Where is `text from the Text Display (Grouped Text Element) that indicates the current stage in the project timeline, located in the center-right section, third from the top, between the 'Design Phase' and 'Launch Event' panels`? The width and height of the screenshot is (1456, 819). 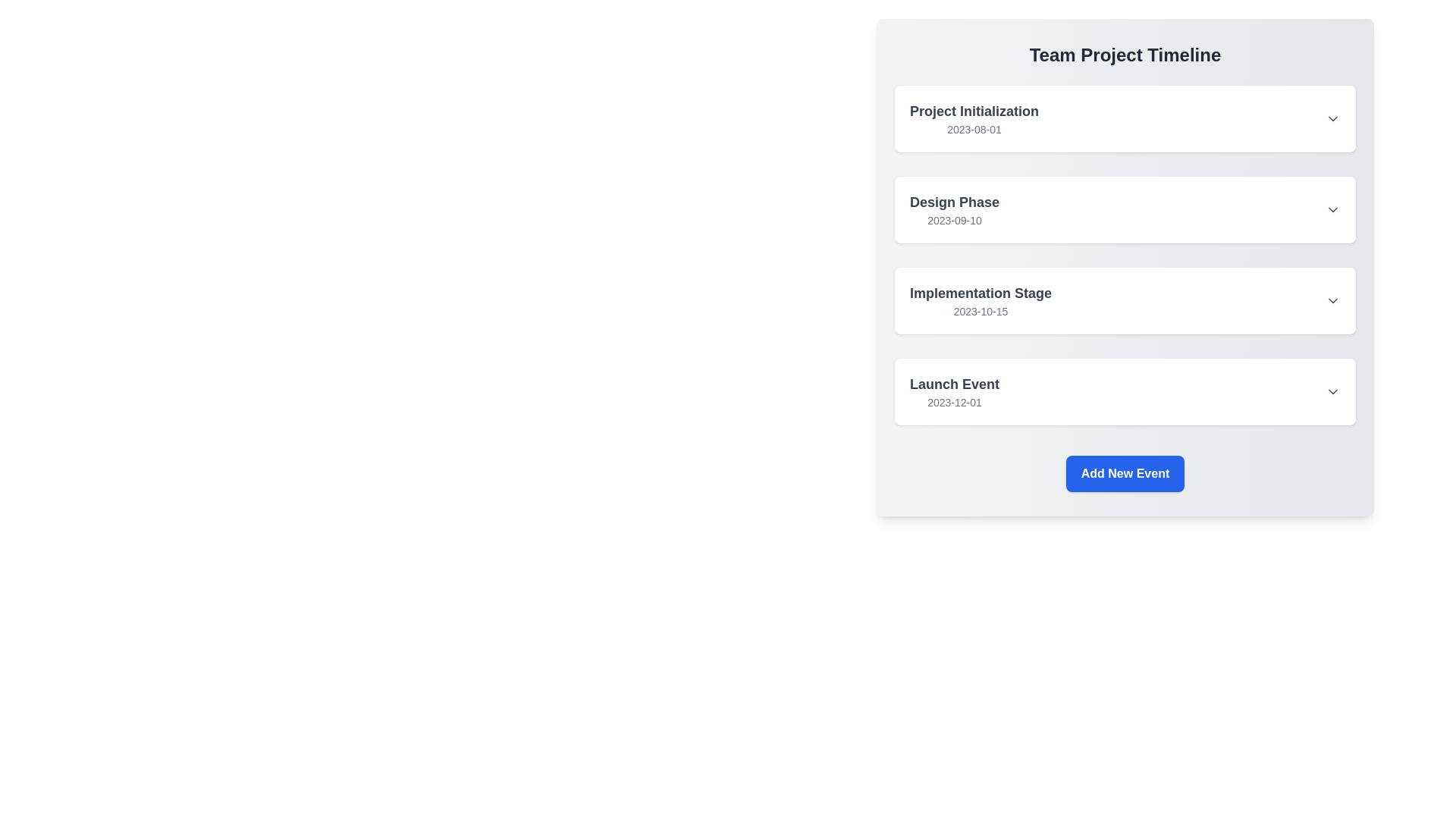 text from the Text Display (Grouped Text Element) that indicates the current stage in the project timeline, located in the center-right section, third from the top, between the 'Design Phase' and 'Launch Event' panels is located at coordinates (981, 301).